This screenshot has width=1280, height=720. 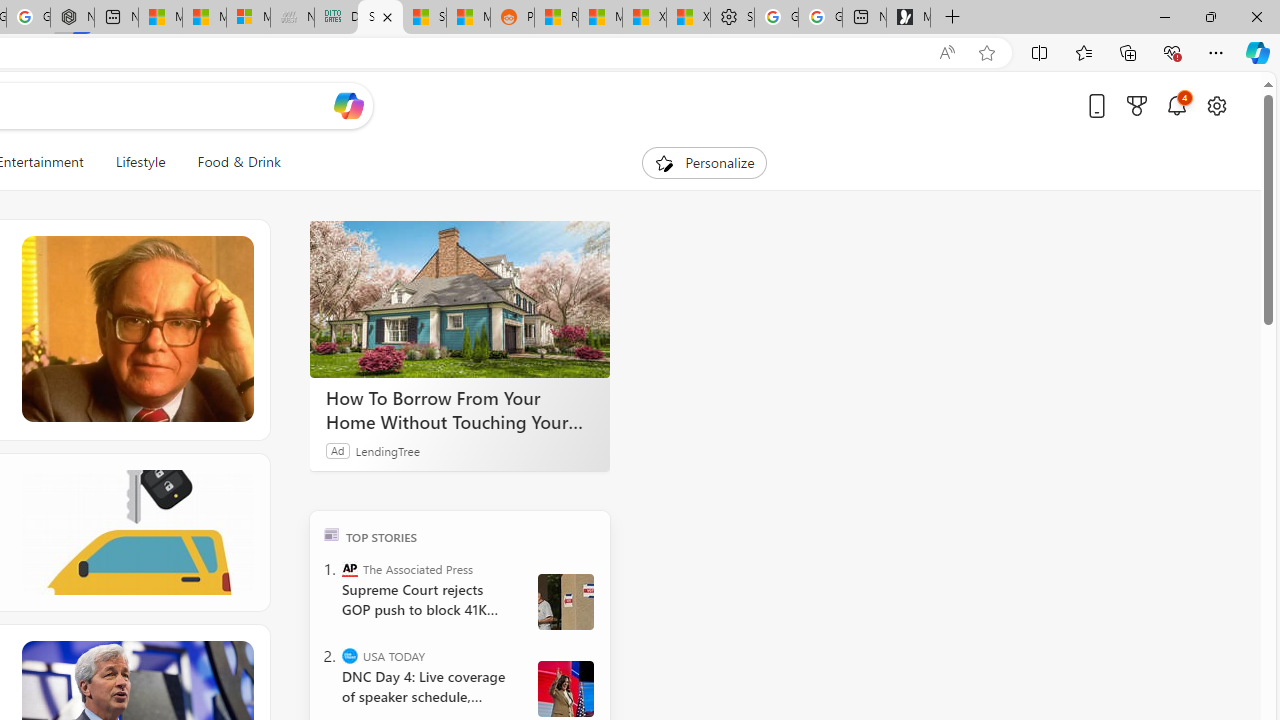 What do you see at coordinates (350, 655) in the screenshot?
I see `'USA TODAY'` at bounding box center [350, 655].